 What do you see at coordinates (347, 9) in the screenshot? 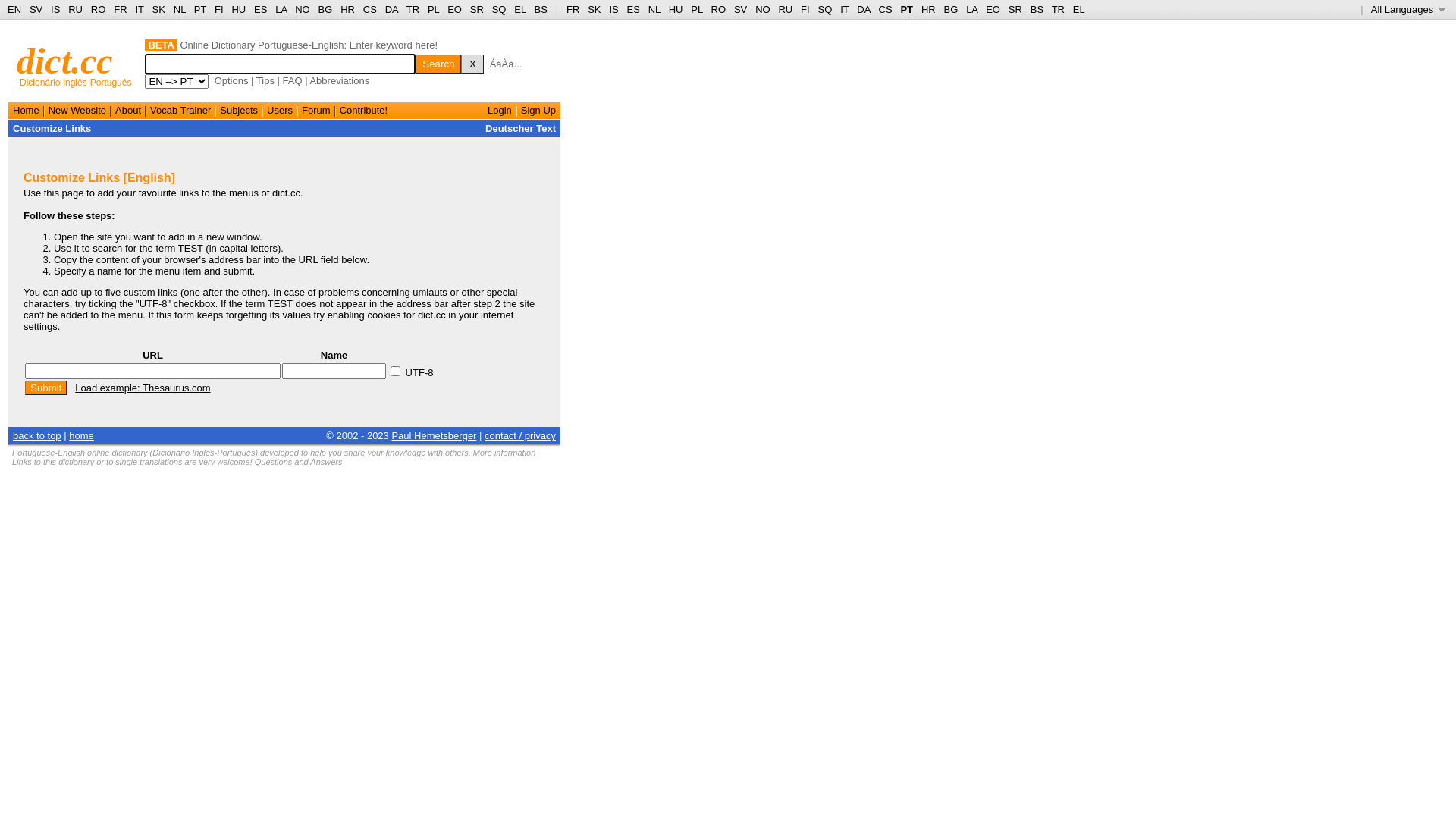
I see `'HR'` at bounding box center [347, 9].